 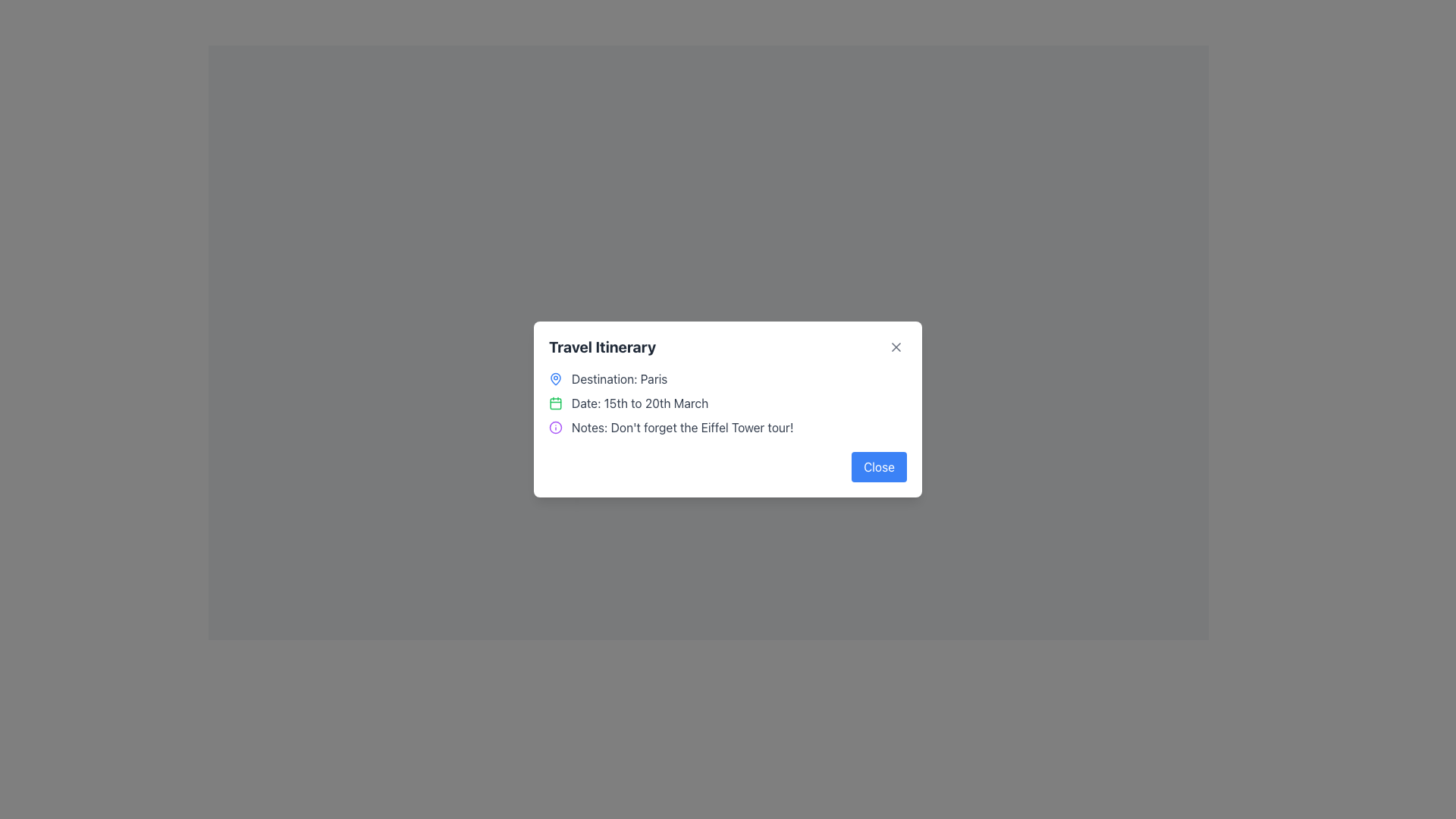 I want to click on the text label reading 'Date: 15th to 20th March', which is the second item in the list inside the dialog box, positioned below 'Destination: Paris' and above 'Notes: Don't forget the Eiffel Tower tour!', so click(x=640, y=403).